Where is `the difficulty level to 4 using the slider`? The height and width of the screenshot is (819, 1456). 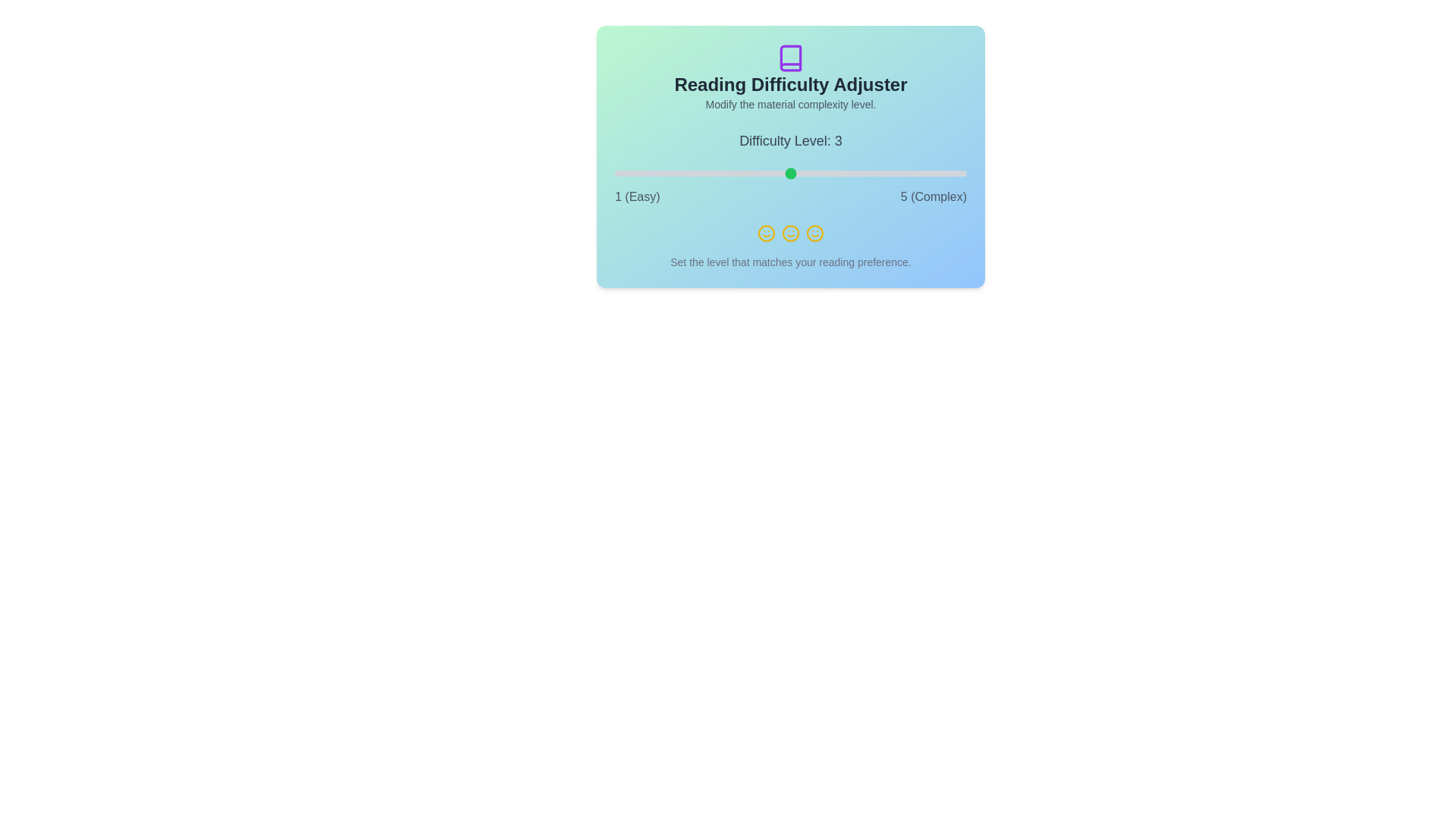
the difficulty level to 4 using the slider is located at coordinates (878, 172).